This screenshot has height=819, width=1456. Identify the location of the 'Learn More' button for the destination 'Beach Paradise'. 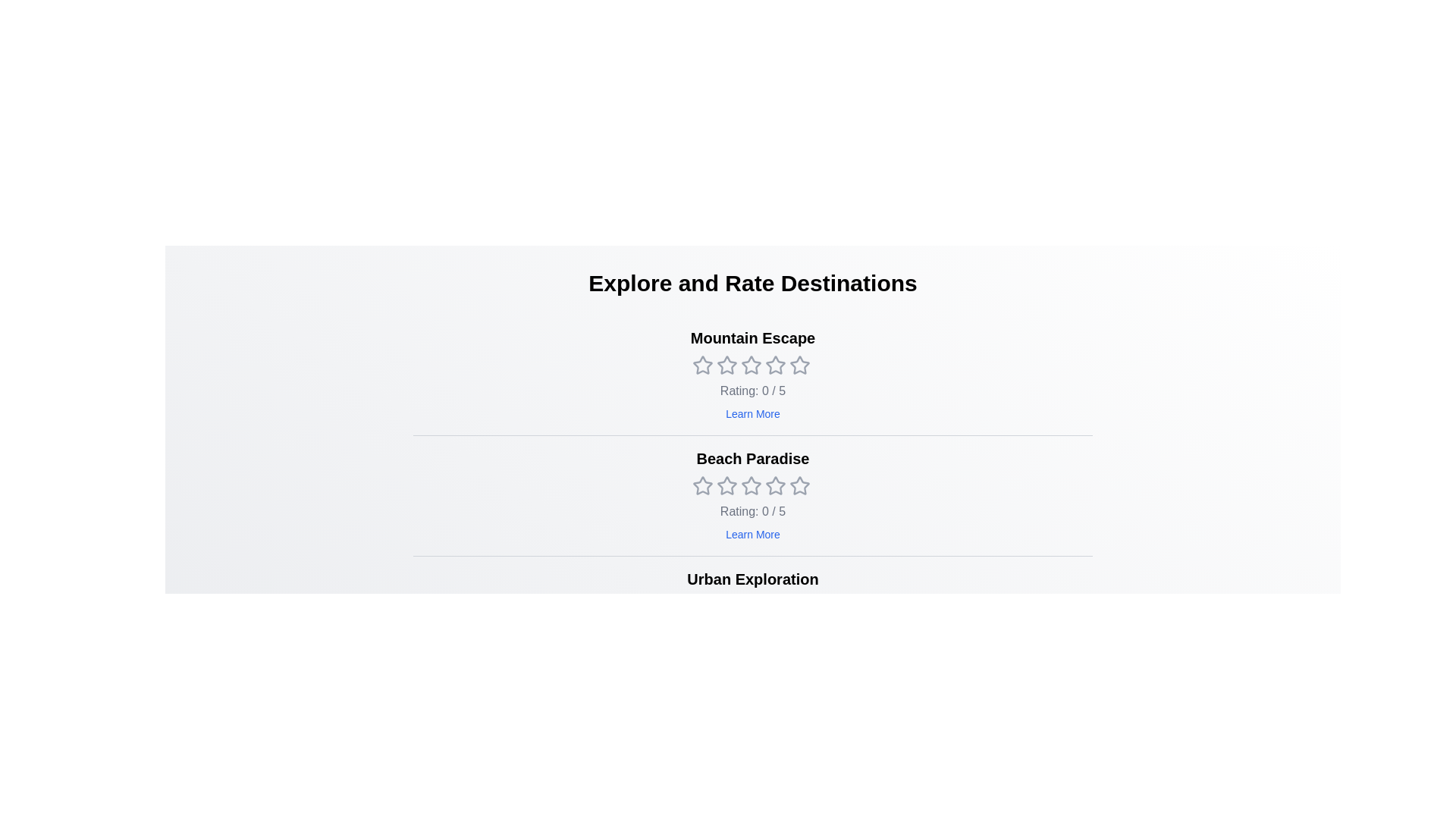
(753, 534).